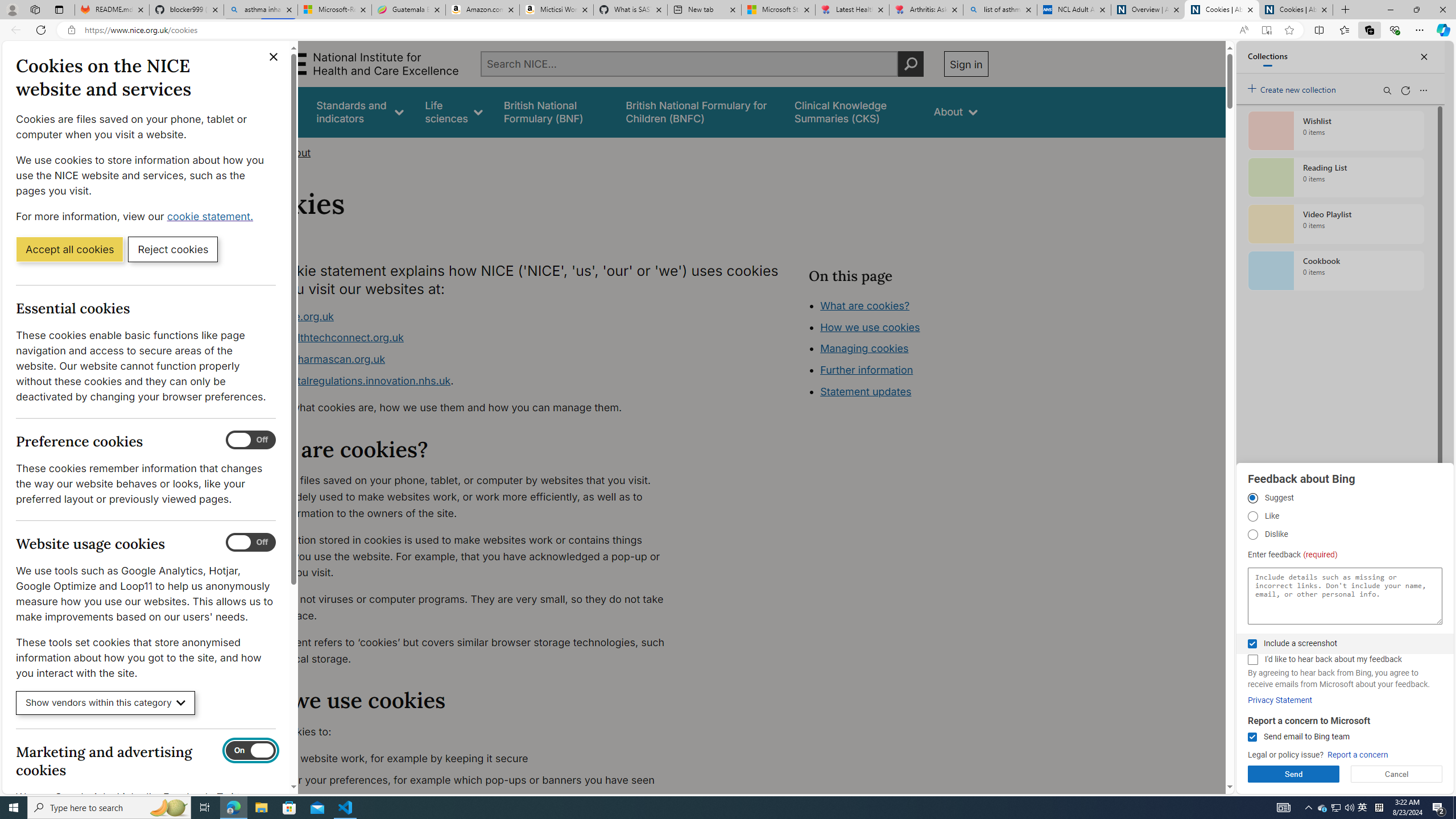 This screenshot has width=1456, height=819. I want to click on 'Reject cookies', so click(172, 248).